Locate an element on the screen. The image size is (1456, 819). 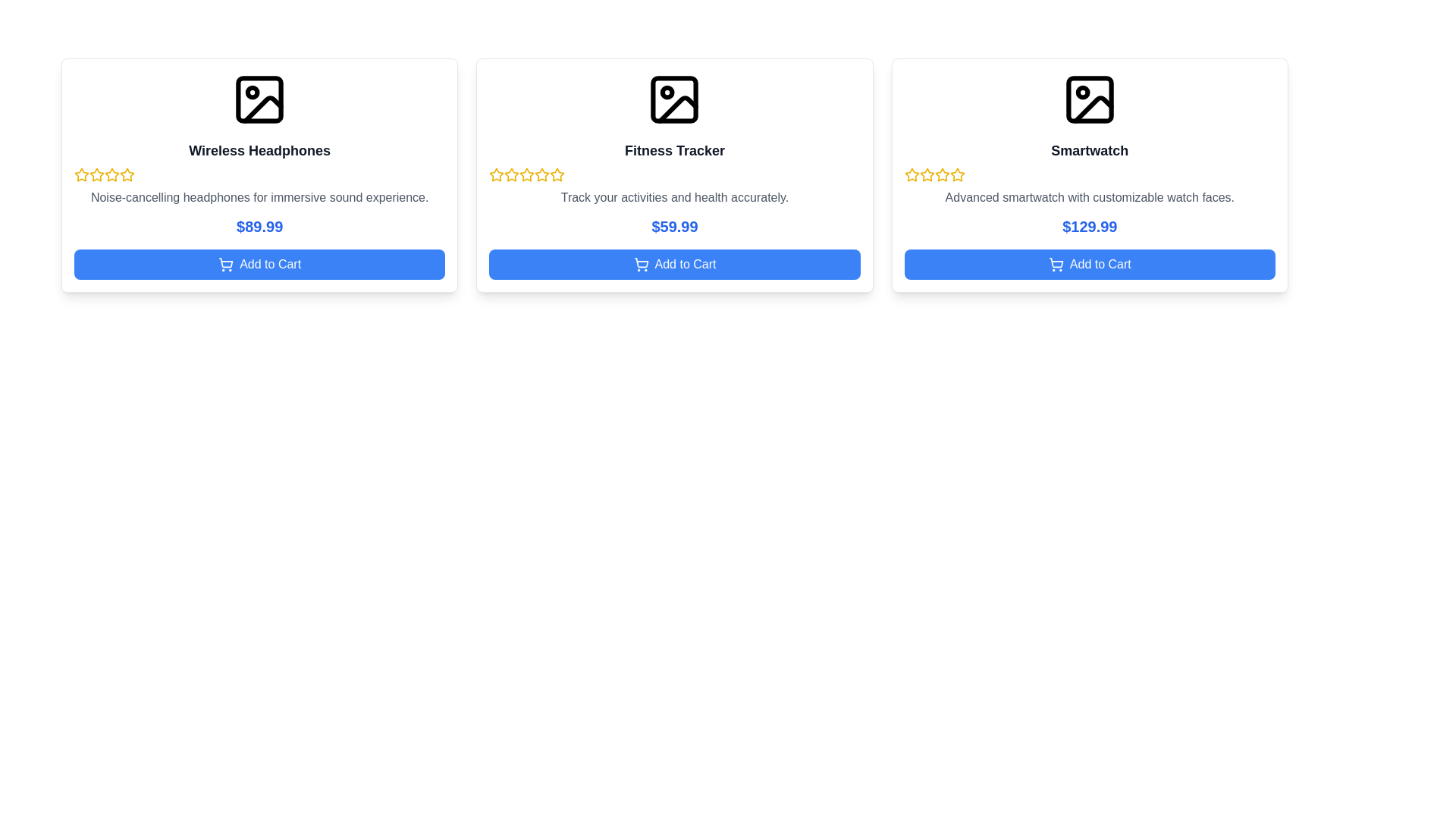
the 'Add to Cart' button for the 'Fitness Tracker' product located at the bottom of its product card, just below the price label '$59.99' is located at coordinates (673, 263).